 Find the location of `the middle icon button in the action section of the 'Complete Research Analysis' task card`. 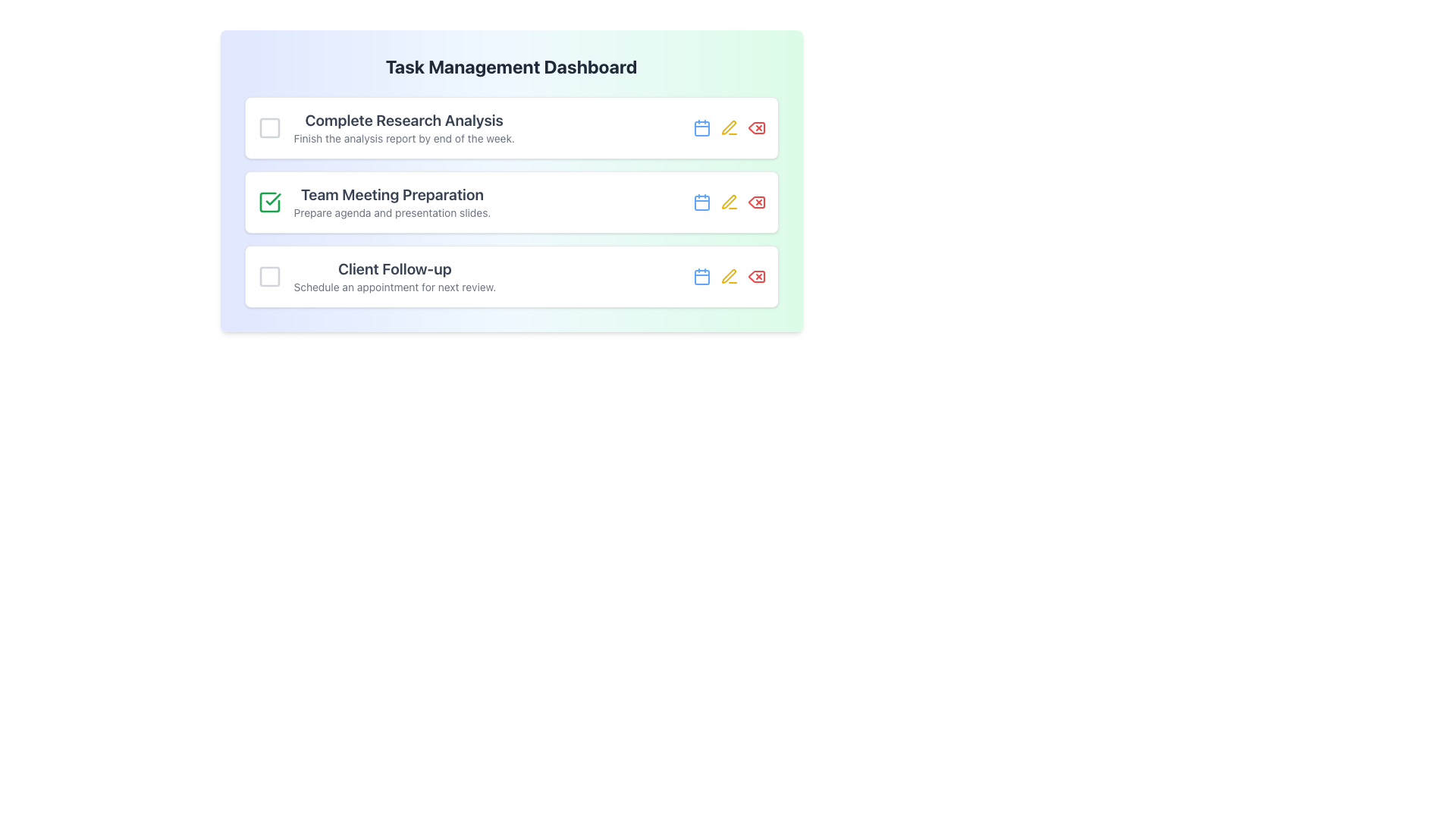

the middle icon button in the action section of the 'Complete Research Analysis' task card is located at coordinates (729, 127).